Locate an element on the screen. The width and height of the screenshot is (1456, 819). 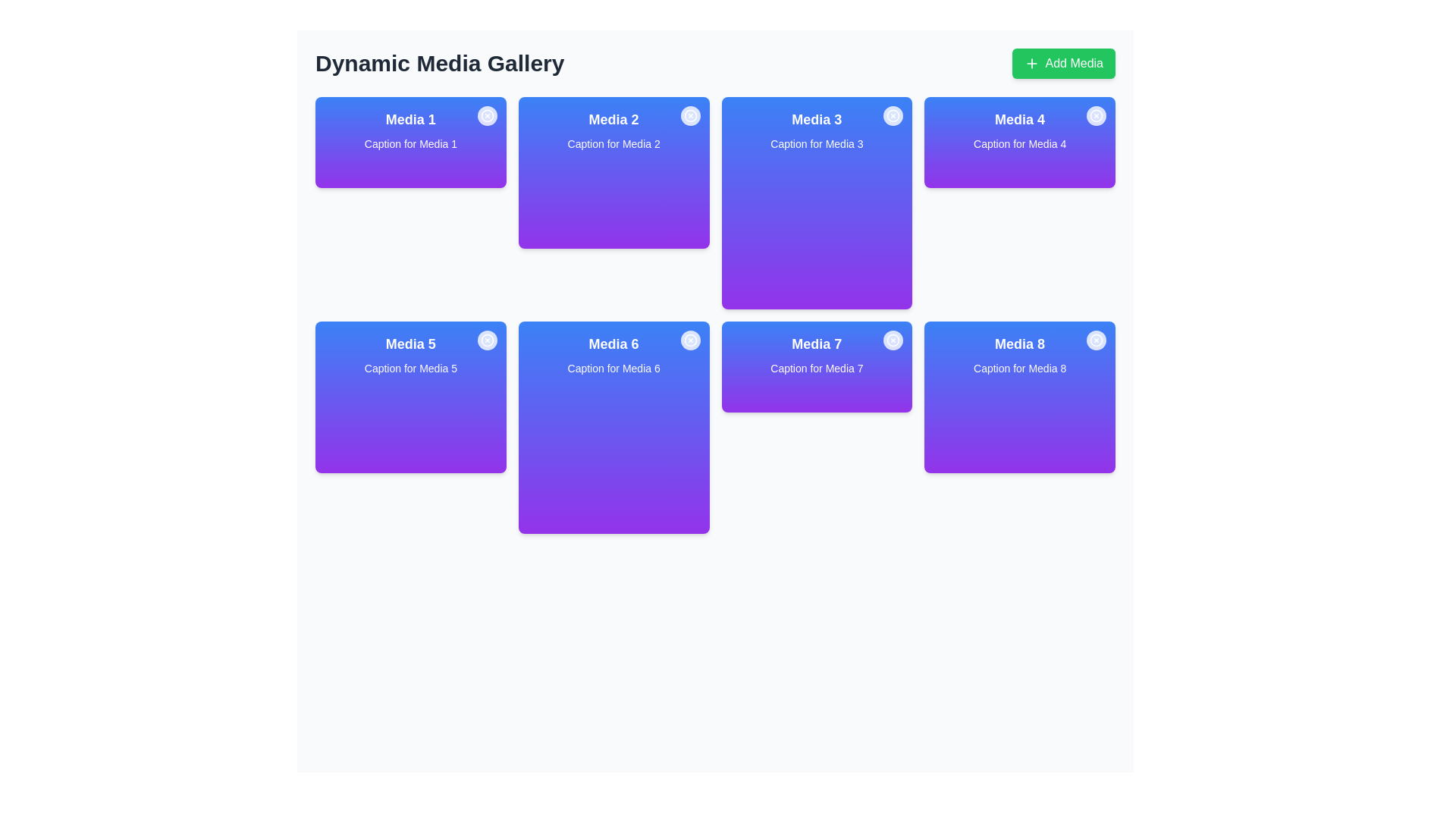
text content of the text label that reads 'Caption for Media 7', which is positioned below the title 'Media 7' within the gradient-shaded card component is located at coordinates (816, 369).